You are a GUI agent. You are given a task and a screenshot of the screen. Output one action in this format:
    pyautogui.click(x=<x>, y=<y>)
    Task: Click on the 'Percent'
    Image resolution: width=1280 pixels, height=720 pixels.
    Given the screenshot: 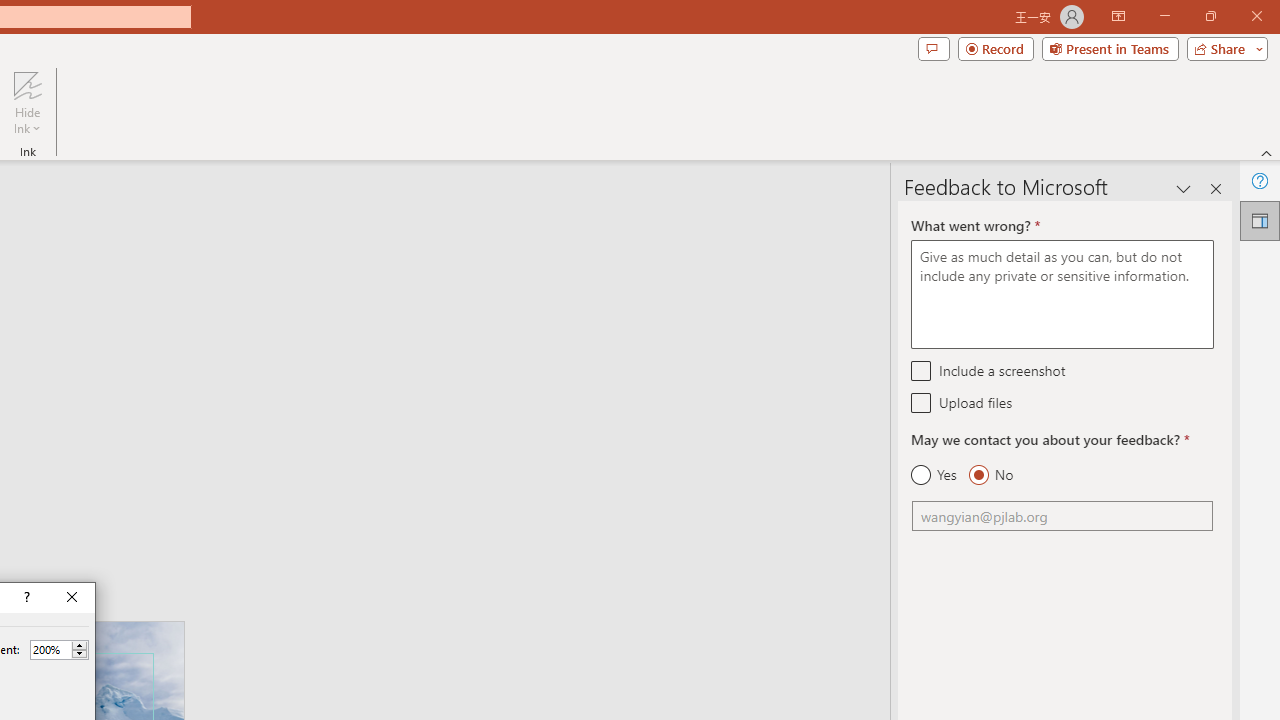 What is the action you would take?
    pyautogui.click(x=59, y=650)
    